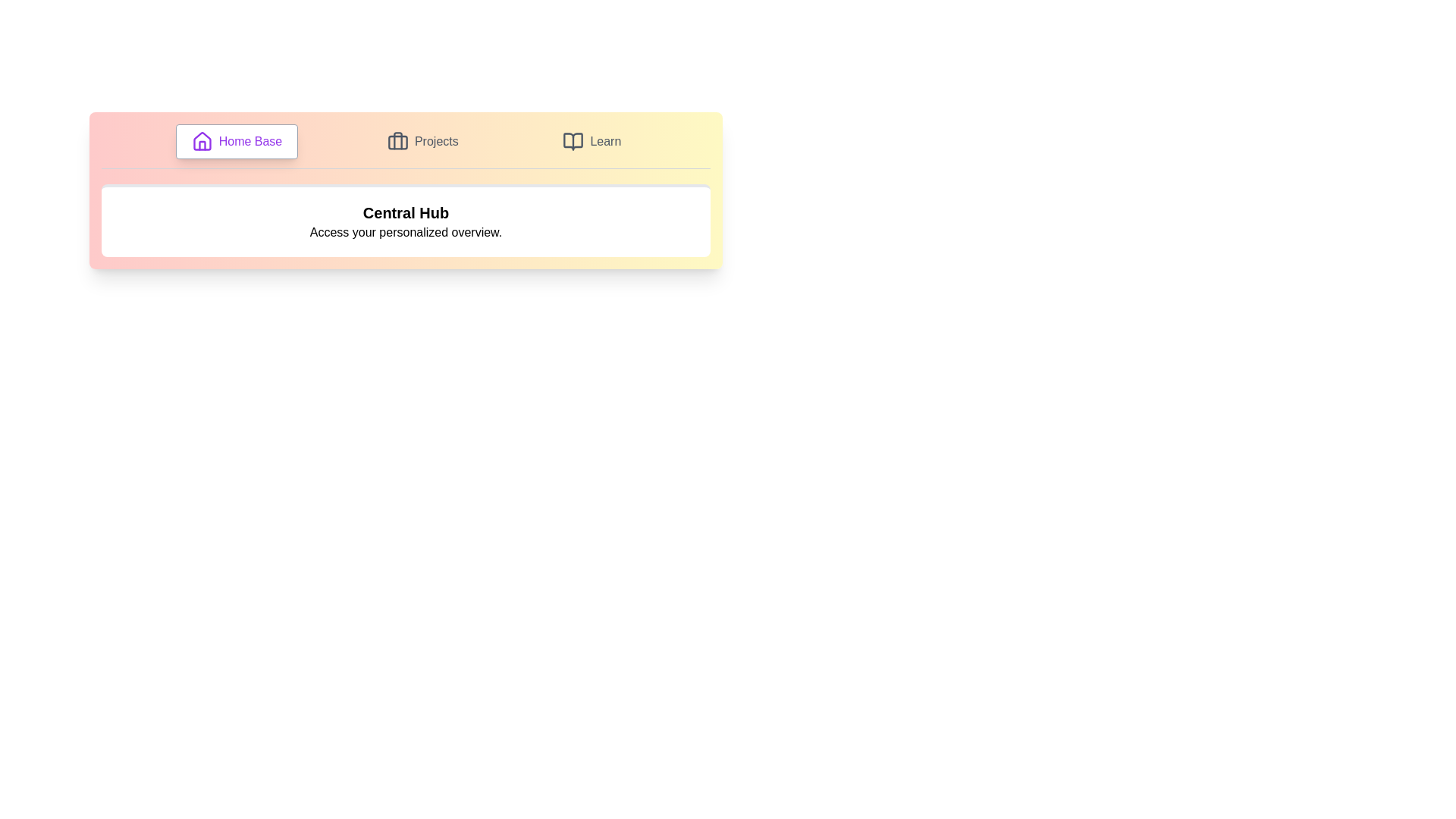 Image resolution: width=1456 pixels, height=819 pixels. I want to click on the tab labeled Home Base, so click(236, 141).